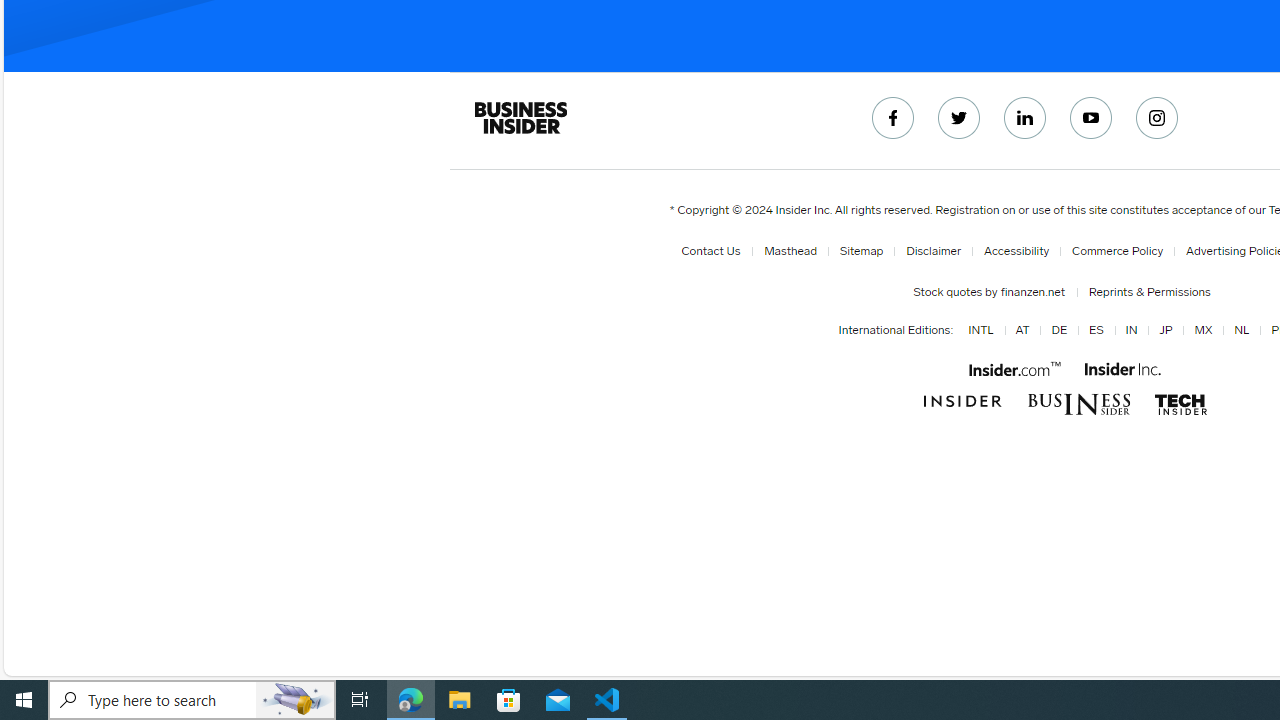  What do you see at coordinates (963, 402) in the screenshot?
I see `'Insider'` at bounding box center [963, 402].